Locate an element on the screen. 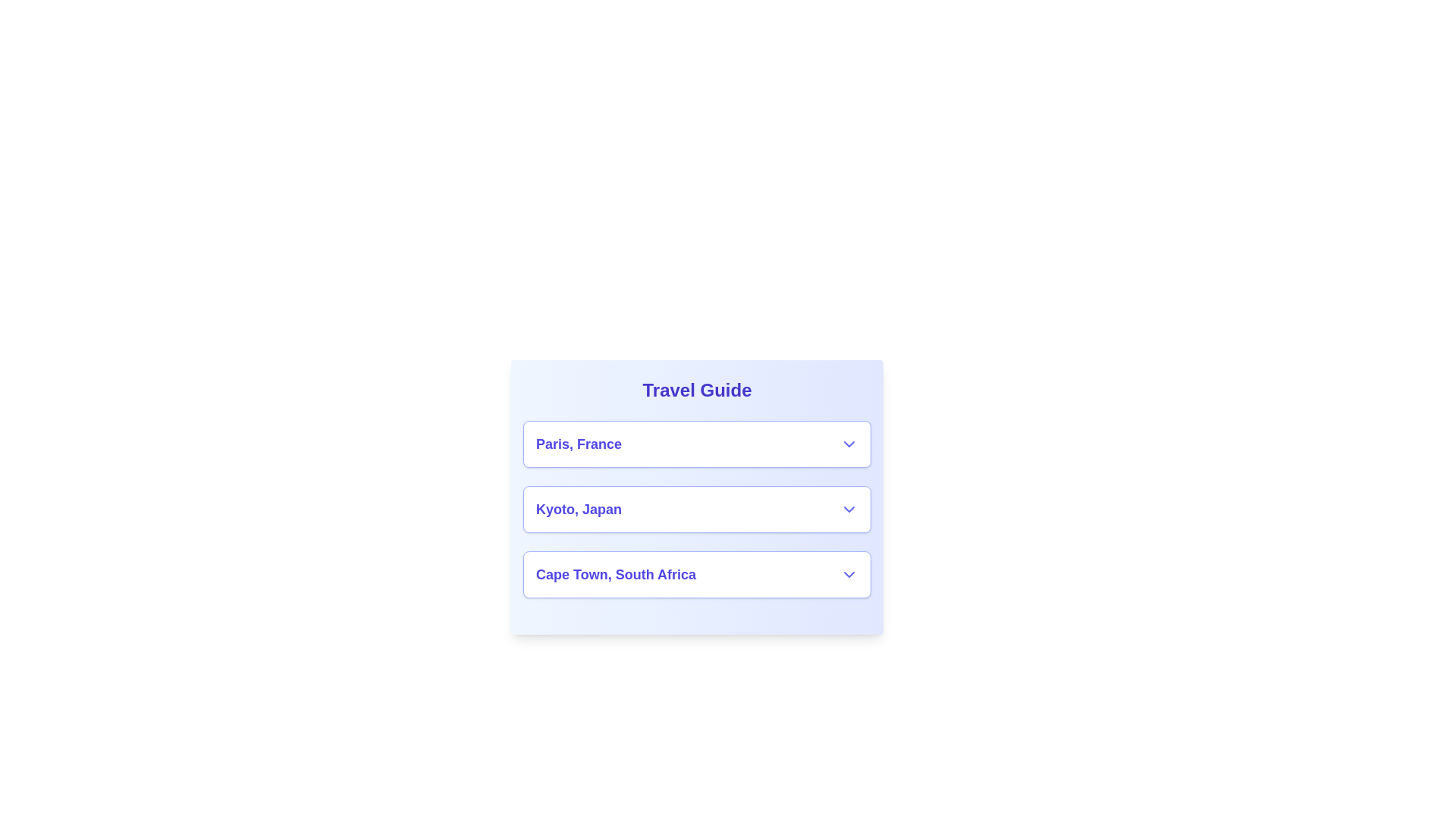 This screenshot has height=819, width=1456. the label text element that indicates a selectable location in the dropdown list, positioned above 'Cape Town, South Africa' and below 'Paris, France' is located at coordinates (578, 509).